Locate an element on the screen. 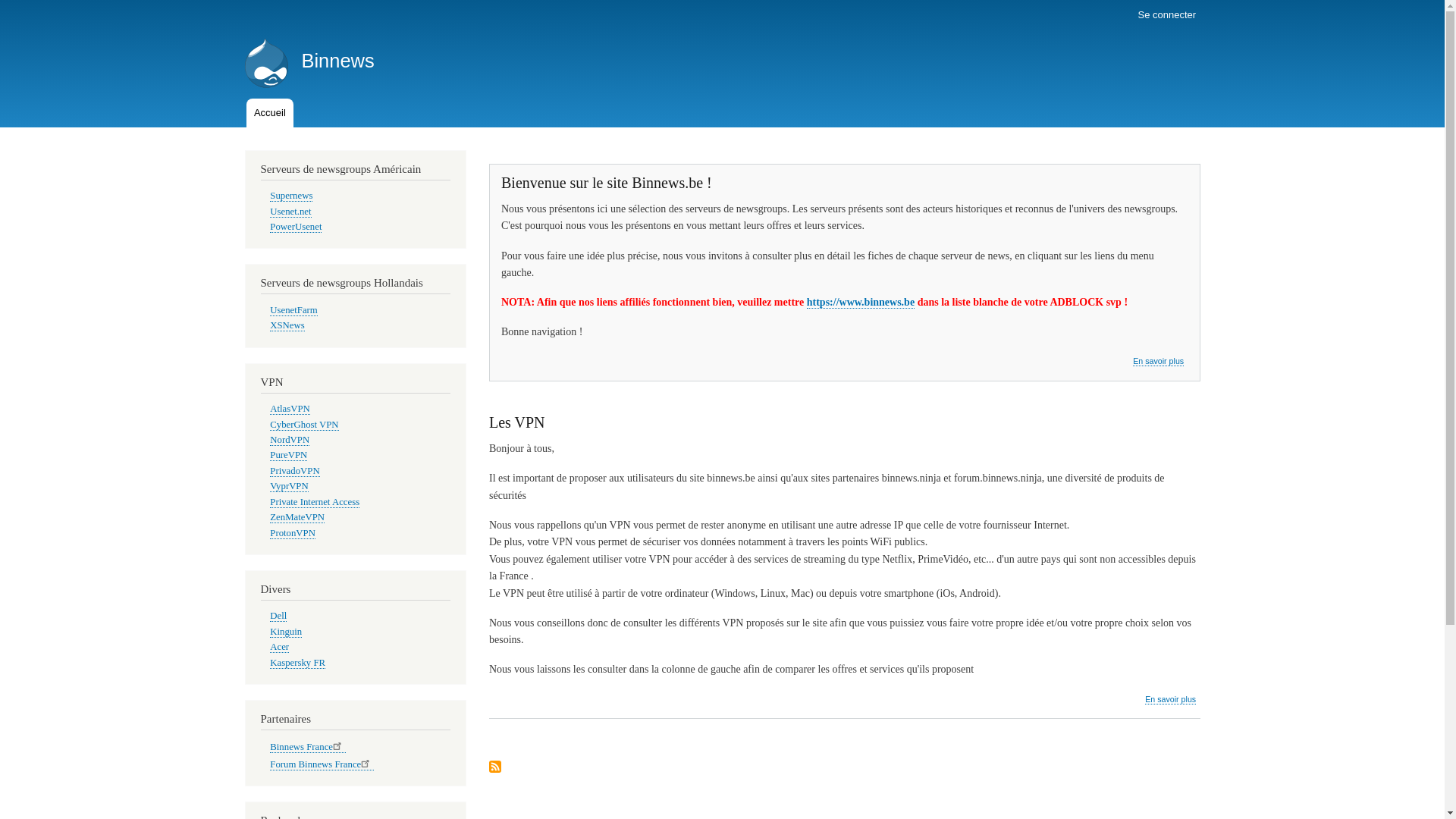 The height and width of the screenshot is (819, 1456). 'https://www.binnews.be' is located at coordinates (860, 302).